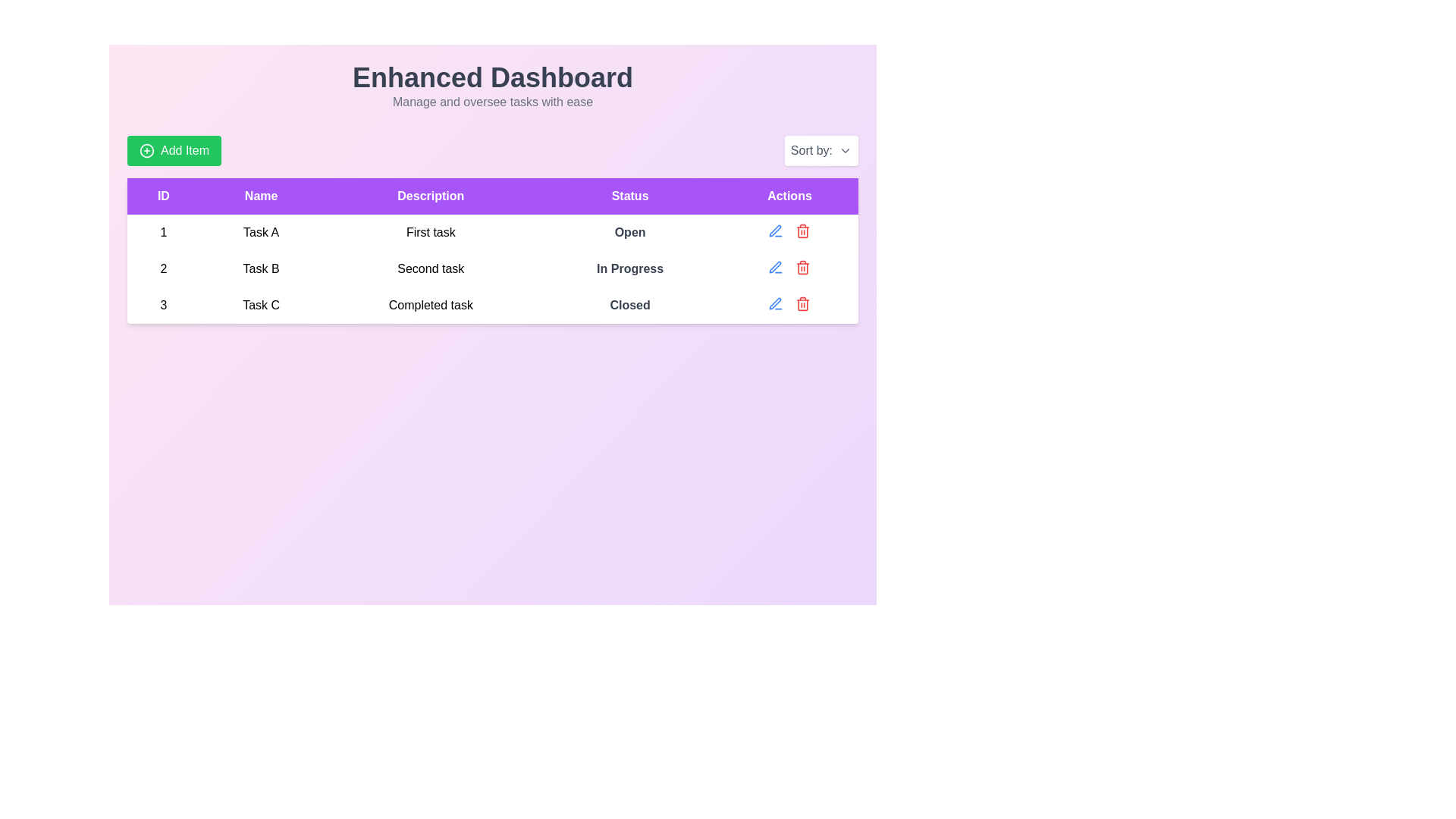 This screenshot has width=1456, height=819. What do you see at coordinates (492, 78) in the screenshot?
I see `the bold, large, centered text reading 'Enhanced Dashboard' in gray font color at the top center of the page` at bounding box center [492, 78].